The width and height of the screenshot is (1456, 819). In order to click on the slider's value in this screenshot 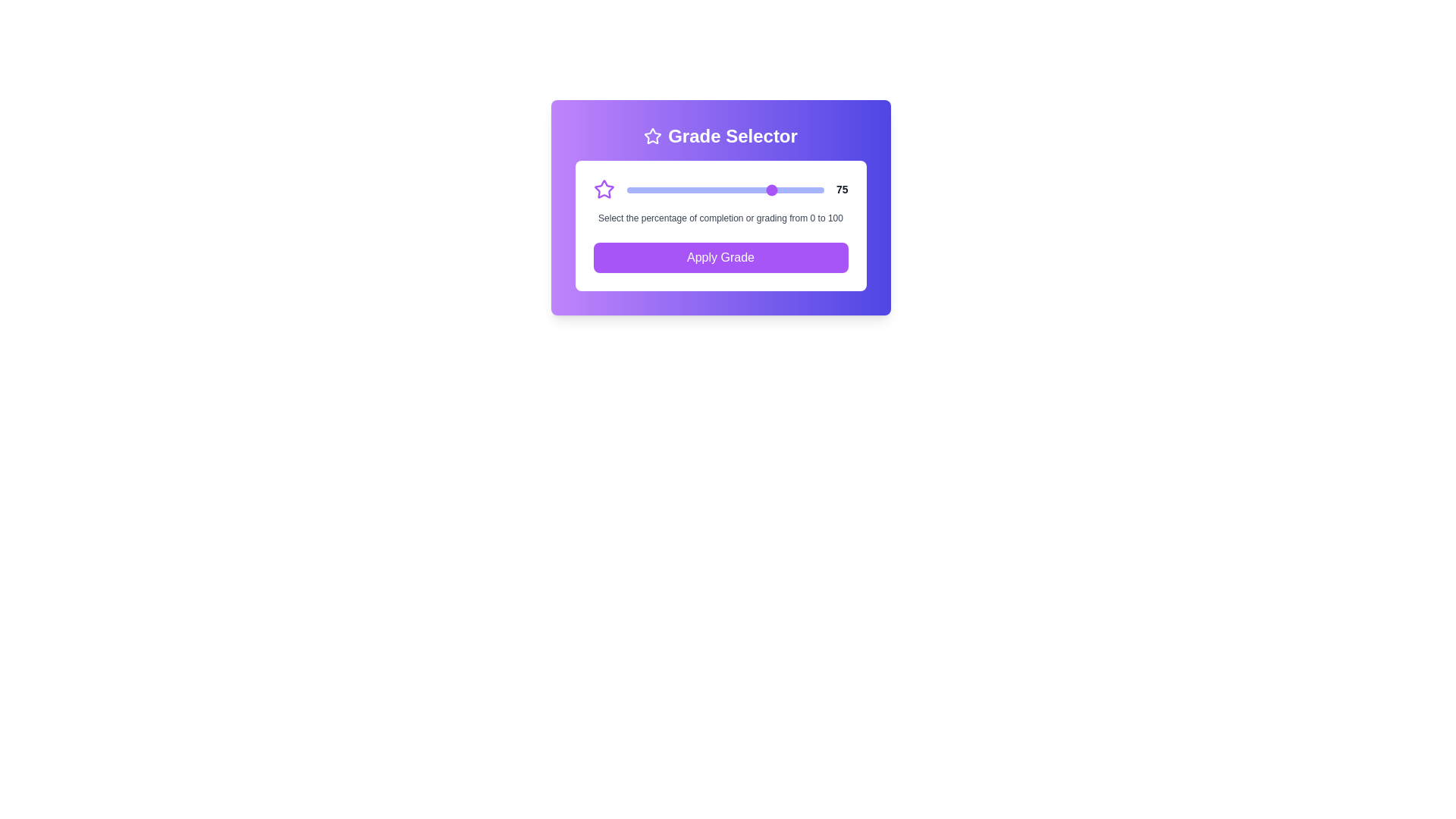, I will do `click(753, 189)`.